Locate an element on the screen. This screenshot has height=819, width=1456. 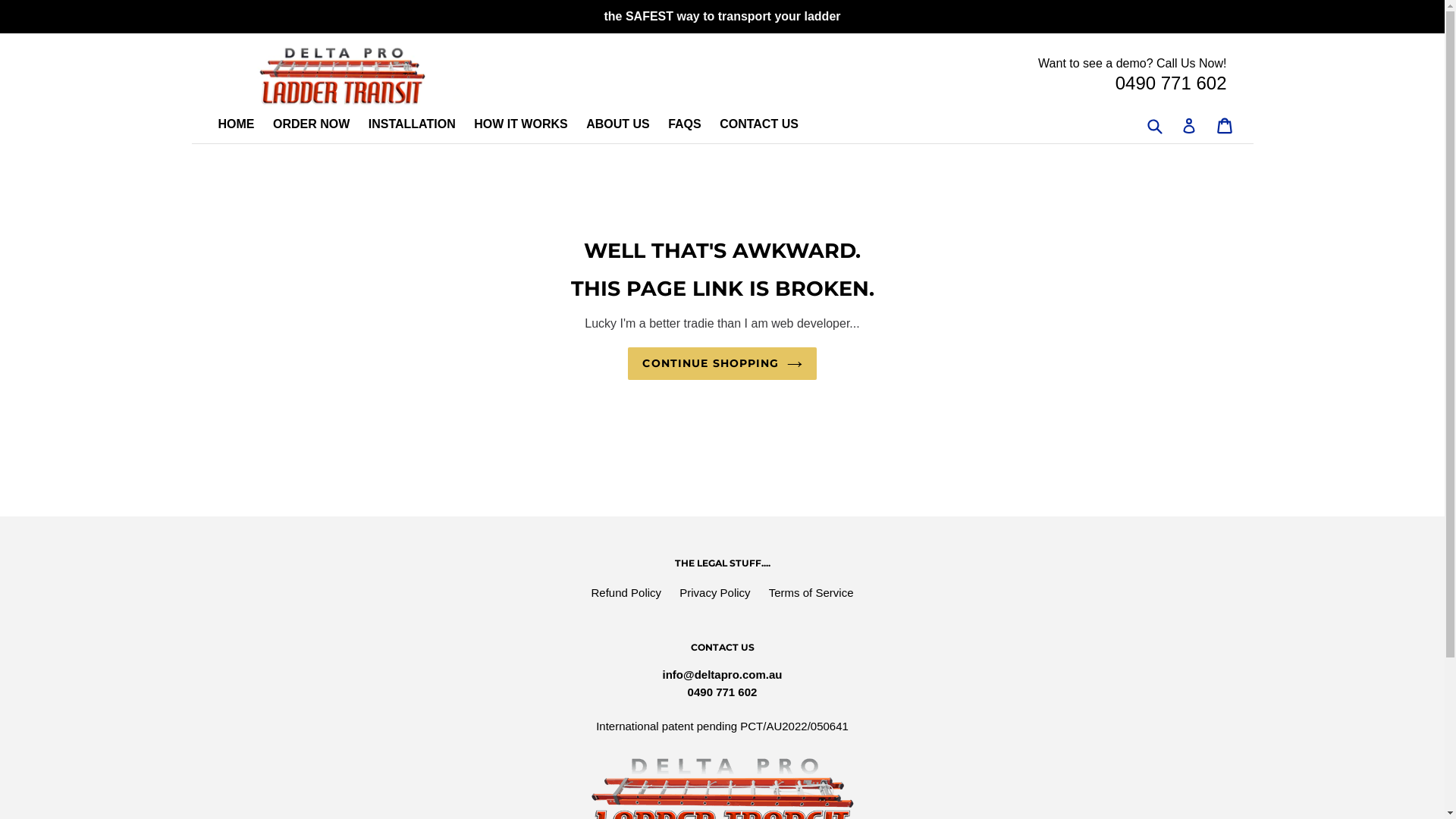
'ORDER NOW' is located at coordinates (273, 124).